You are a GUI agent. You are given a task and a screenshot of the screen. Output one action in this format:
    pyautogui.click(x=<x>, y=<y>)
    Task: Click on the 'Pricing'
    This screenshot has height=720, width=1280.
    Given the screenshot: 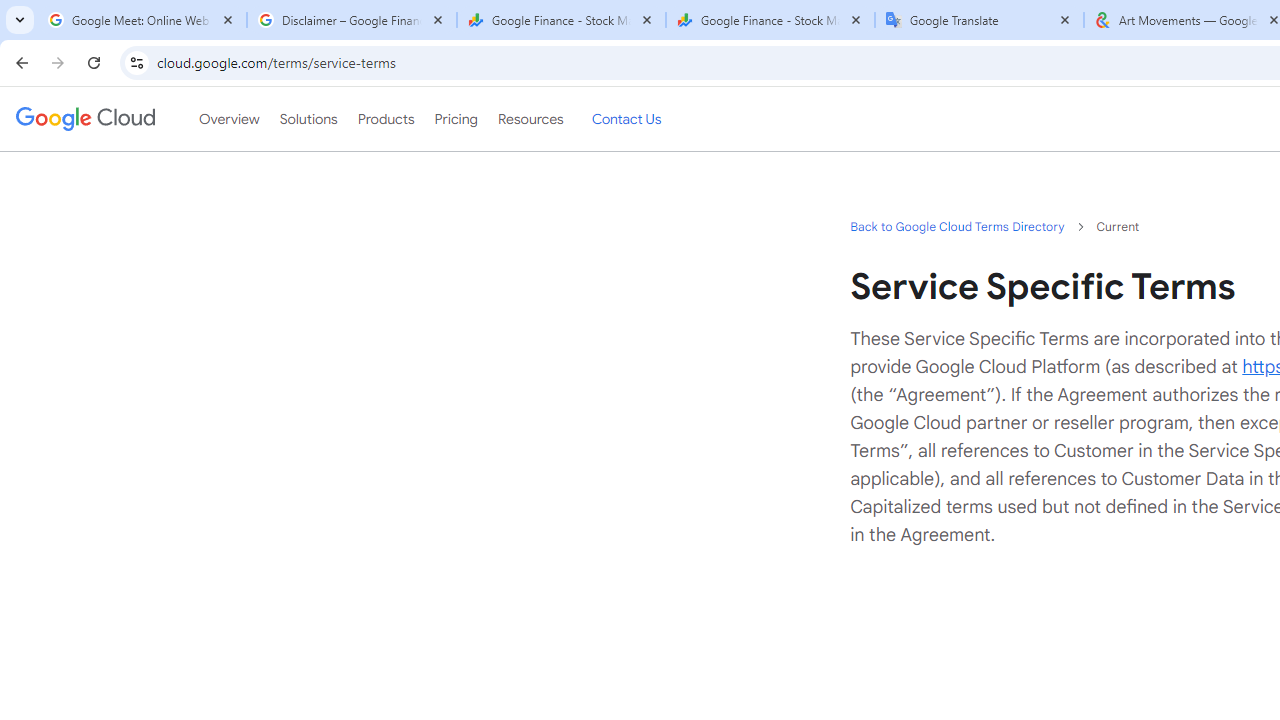 What is the action you would take?
    pyautogui.click(x=454, y=119)
    